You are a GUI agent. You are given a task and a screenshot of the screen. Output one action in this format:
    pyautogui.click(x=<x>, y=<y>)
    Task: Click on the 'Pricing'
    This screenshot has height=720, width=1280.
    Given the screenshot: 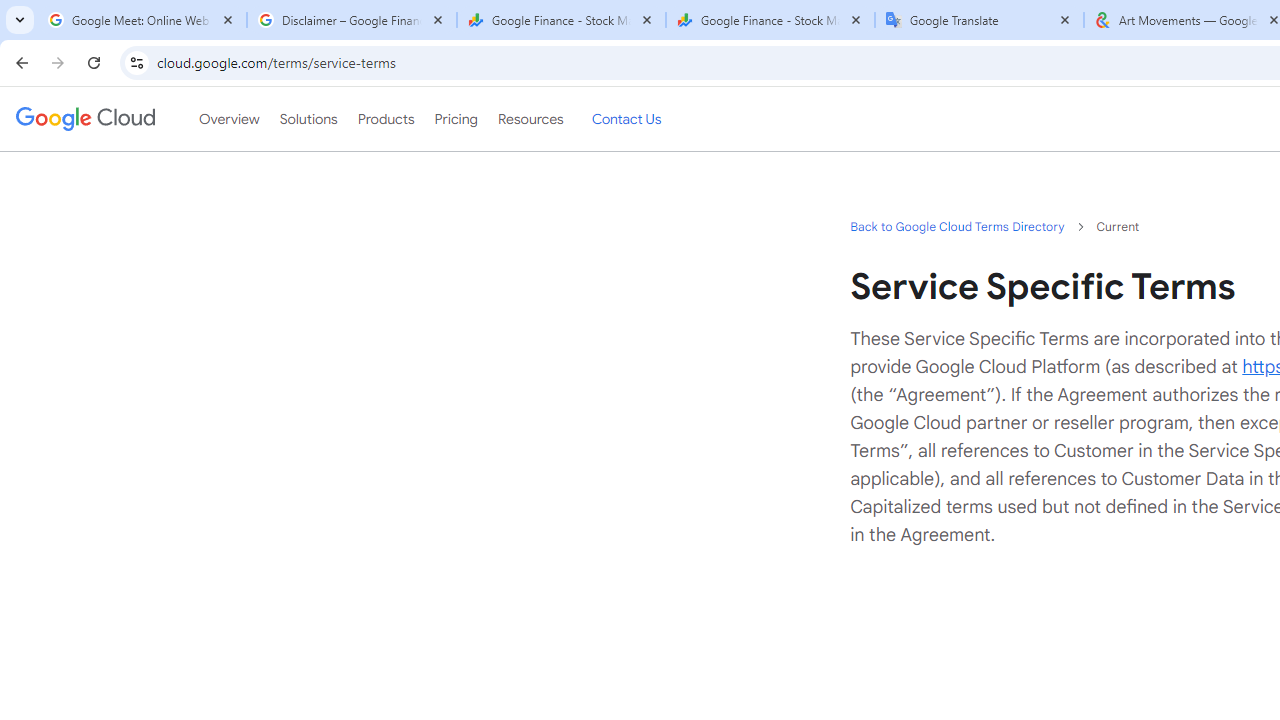 What is the action you would take?
    pyautogui.click(x=454, y=119)
    